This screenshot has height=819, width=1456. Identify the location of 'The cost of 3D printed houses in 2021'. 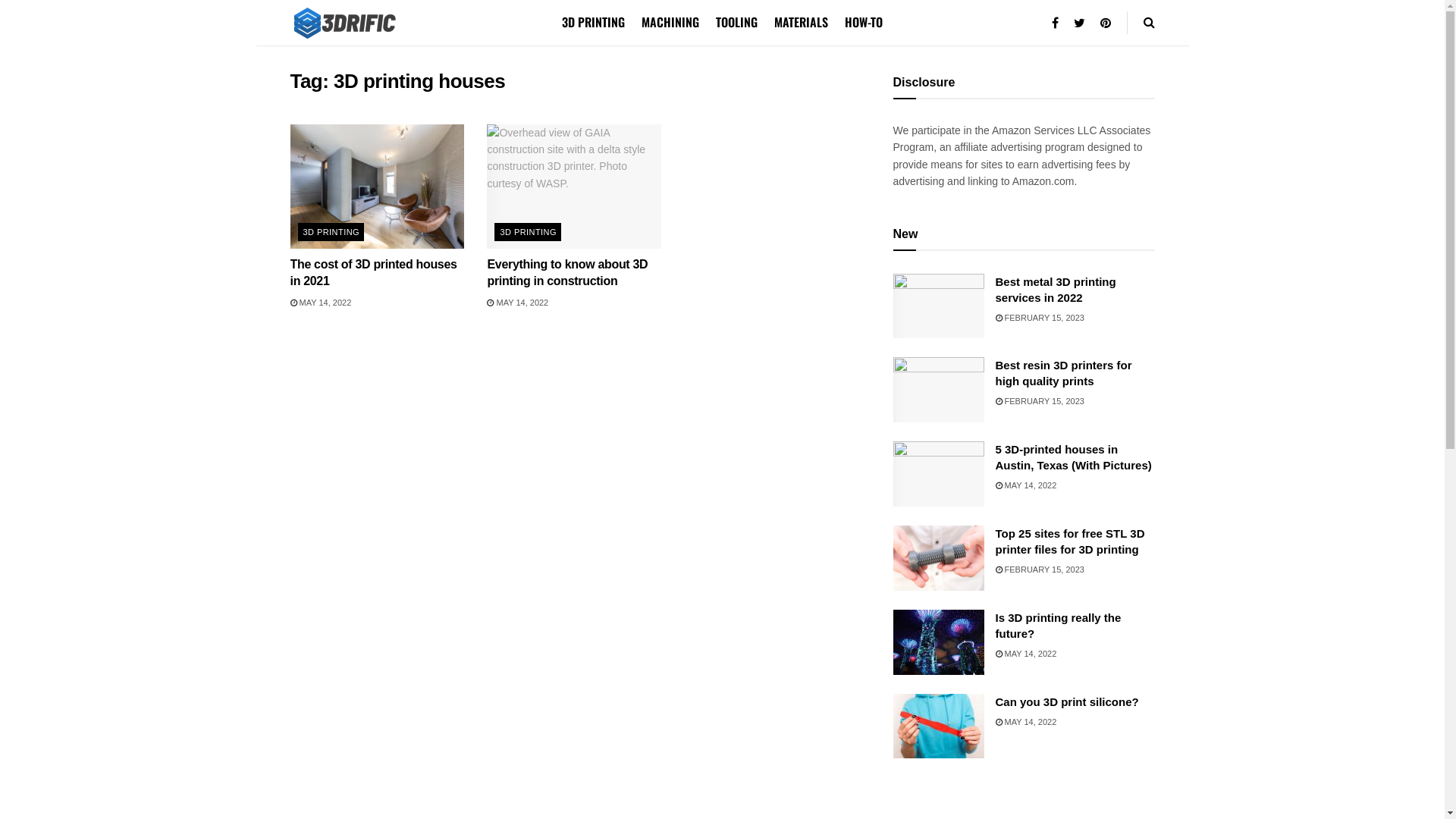
(372, 271).